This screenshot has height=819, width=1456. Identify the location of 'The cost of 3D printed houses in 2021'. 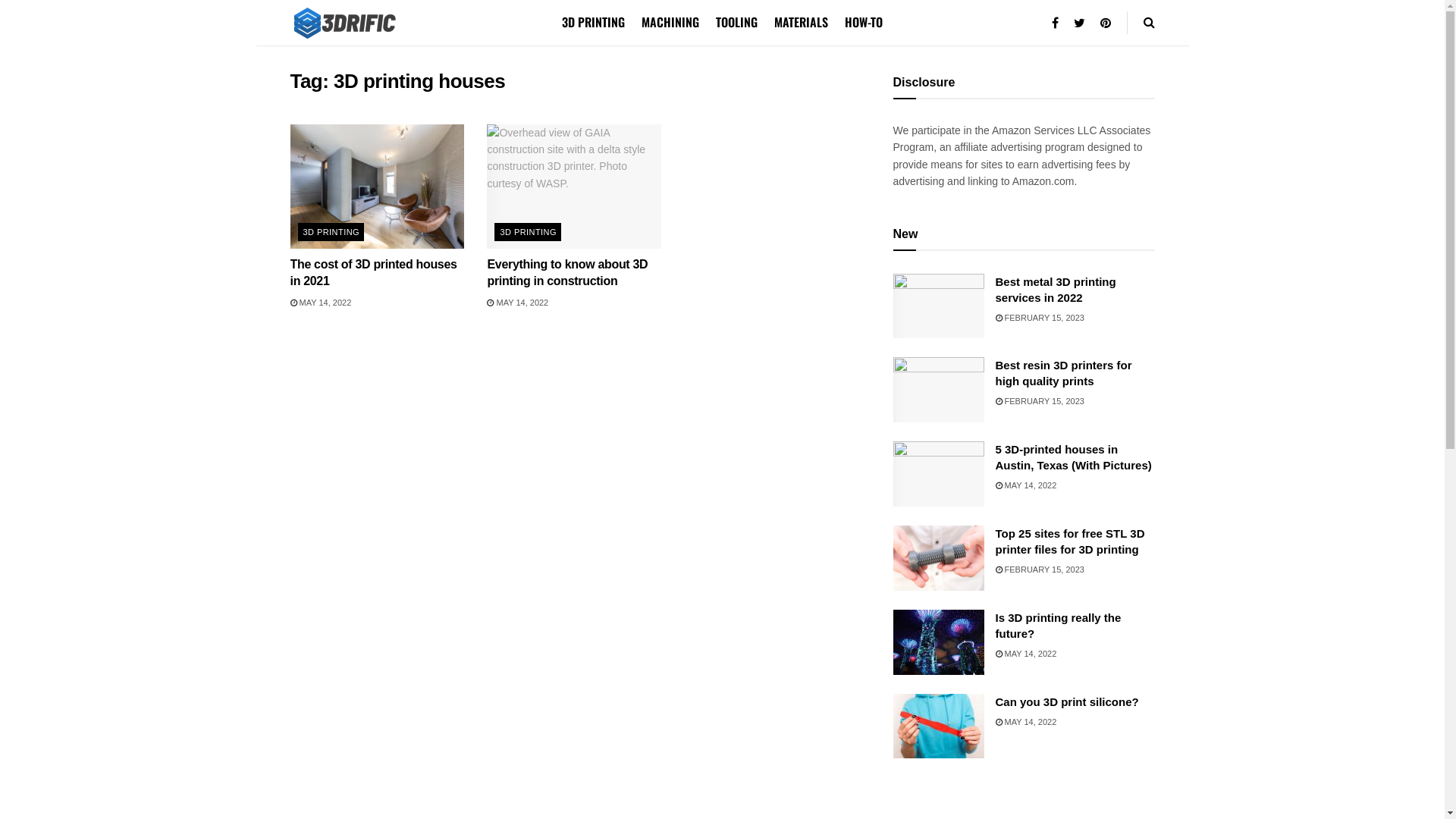
(372, 271).